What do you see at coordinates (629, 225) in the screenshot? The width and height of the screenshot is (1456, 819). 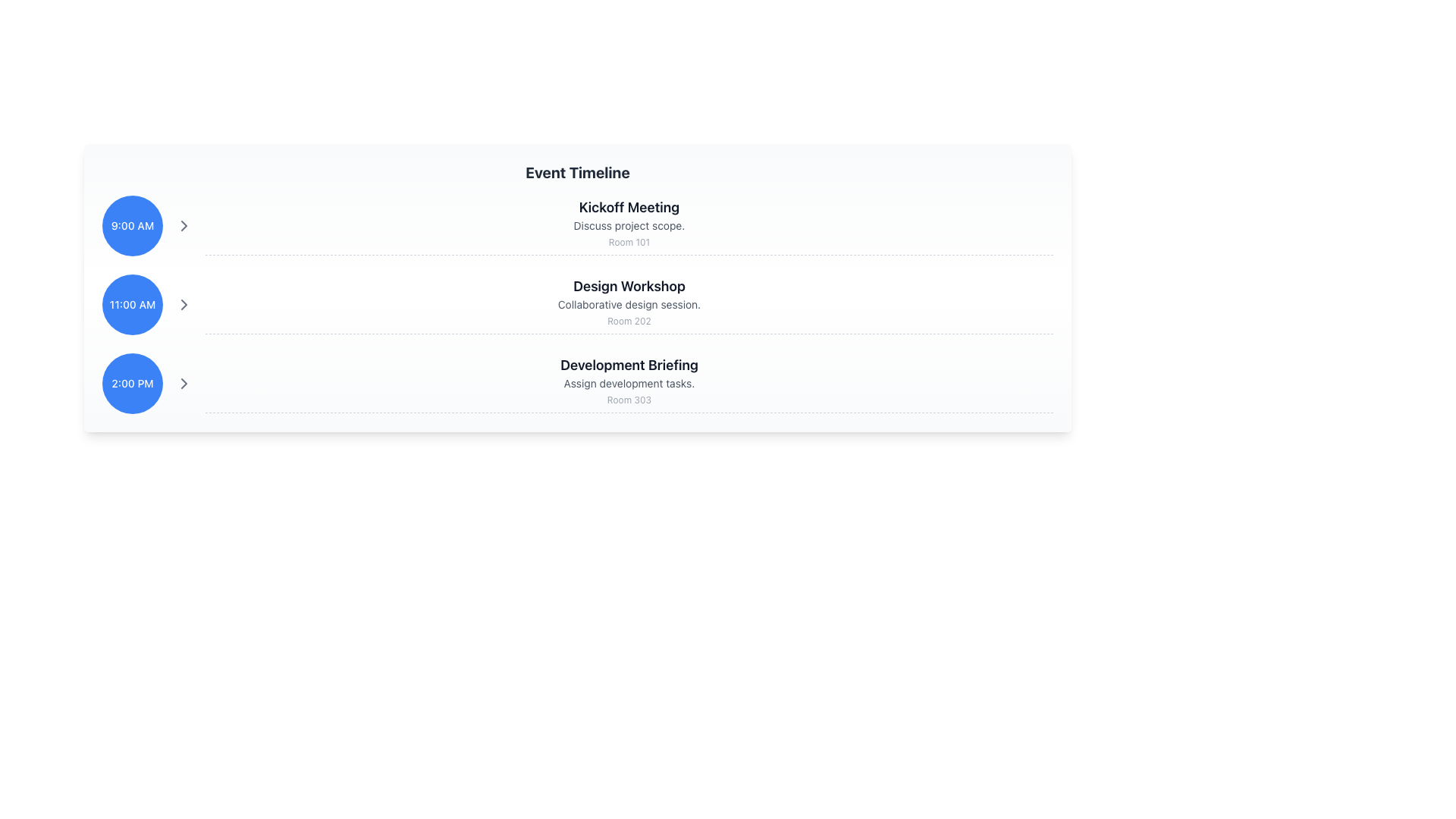 I see `the Text Label that provides supplementary information about the event 'Kickoff Meeting', which is centrally aligned and positioned between the heading and 'Room 101'` at bounding box center [629, 225].